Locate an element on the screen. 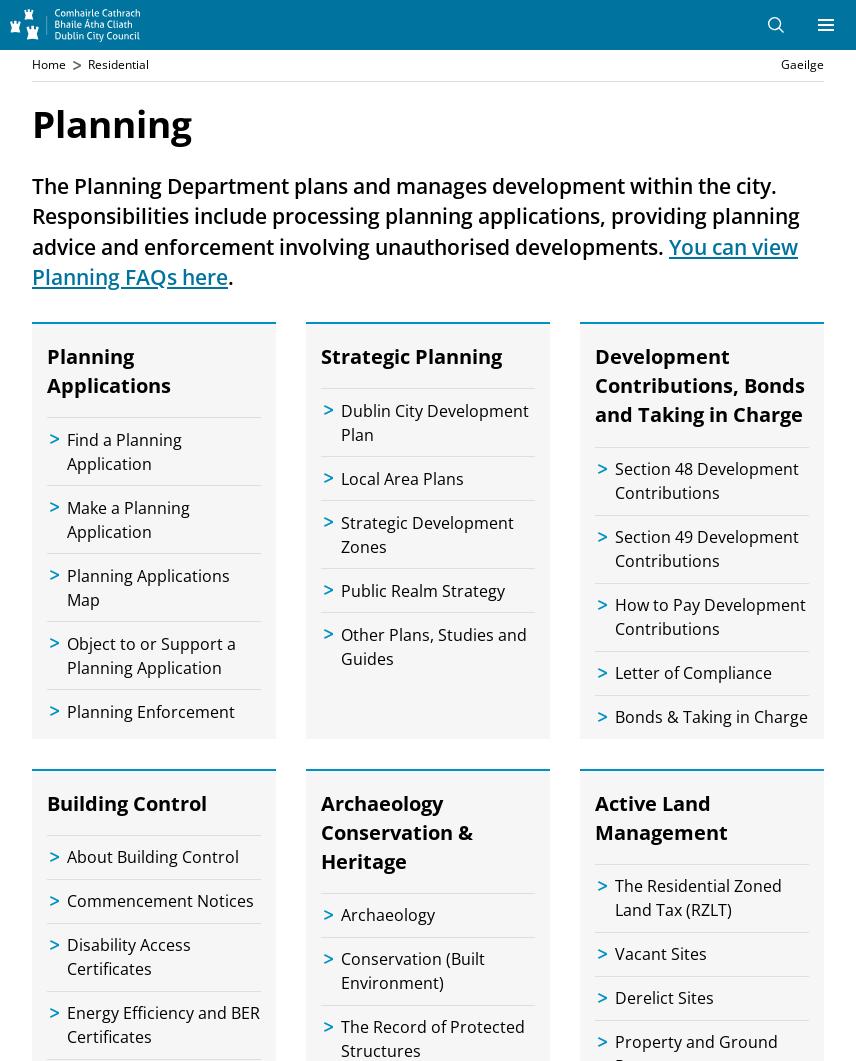  'Local Area Plans' is located at coordinates (401, 477).